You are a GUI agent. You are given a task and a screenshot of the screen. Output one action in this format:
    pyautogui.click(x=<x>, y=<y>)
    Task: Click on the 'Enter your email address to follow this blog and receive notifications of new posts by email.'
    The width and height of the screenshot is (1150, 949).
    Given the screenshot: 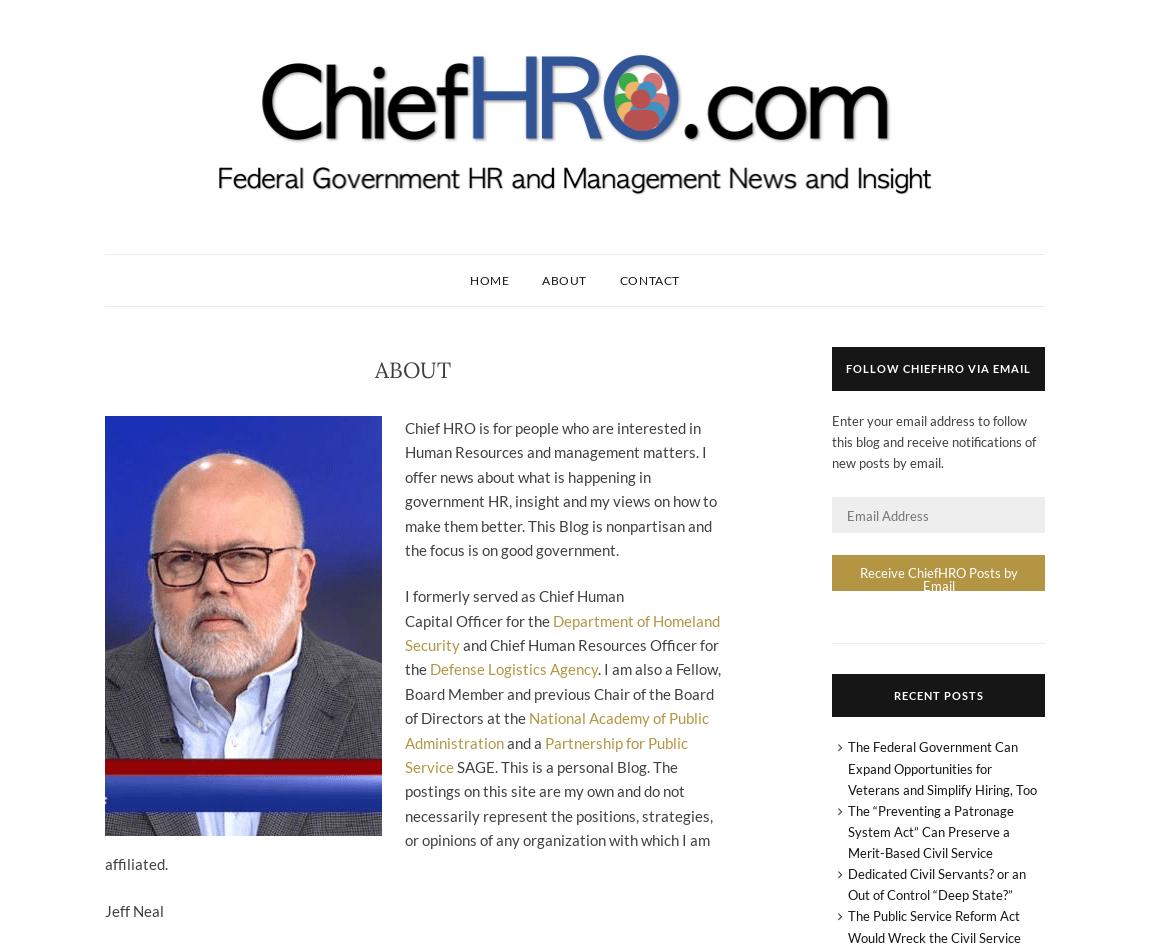 What is the action you would take?
    pyautogui.click(x=934, y=442)
    